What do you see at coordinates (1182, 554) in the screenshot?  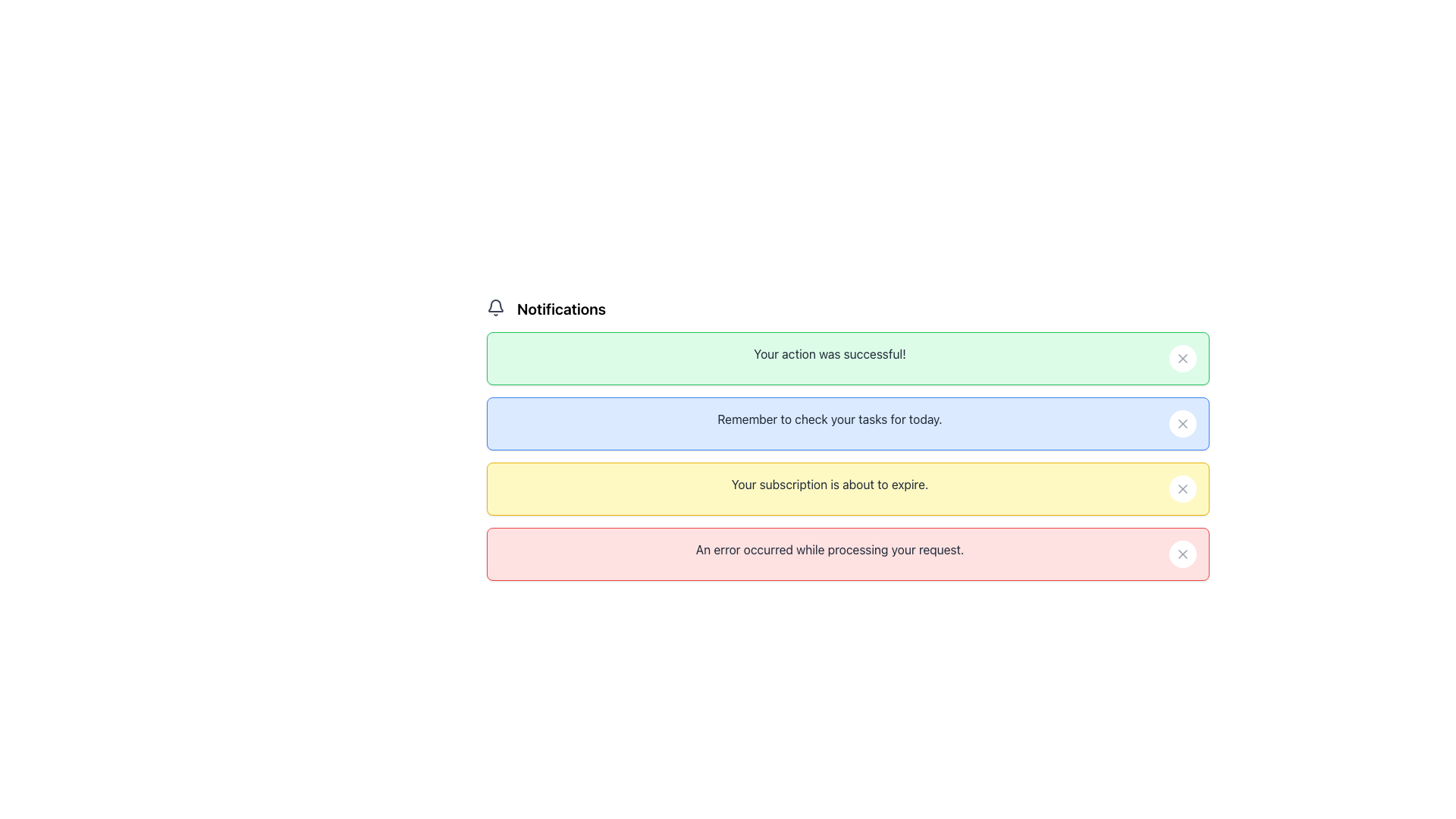 I see `the small 'X' icon close button located at the top-right corner of the red notification box to observe hover interactions` at bounding box center [1182, 554].